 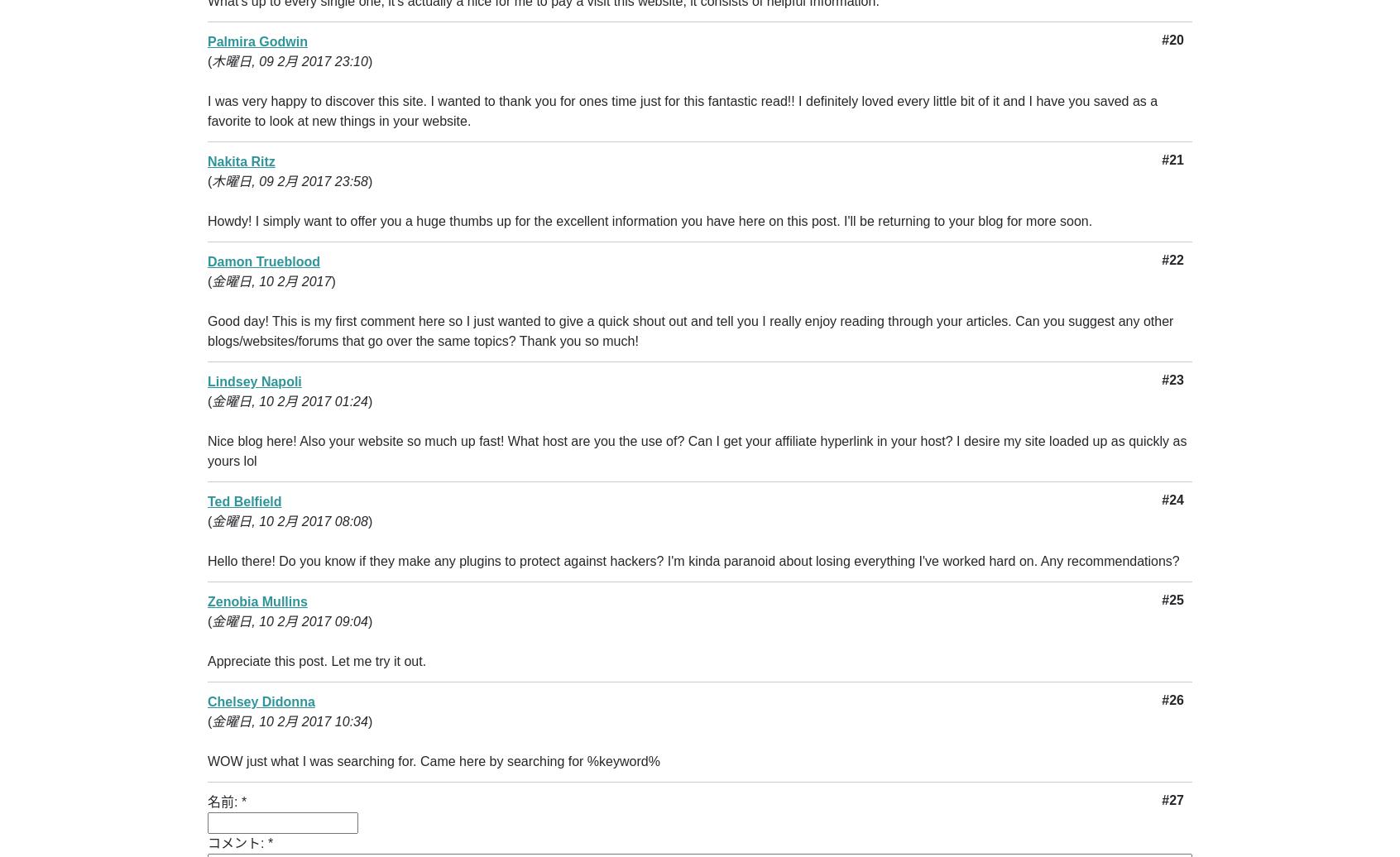 What do you see at coordinates (1172, 600) in the screenshot?
I see `'#25'` at bounding box center [1172, 600].